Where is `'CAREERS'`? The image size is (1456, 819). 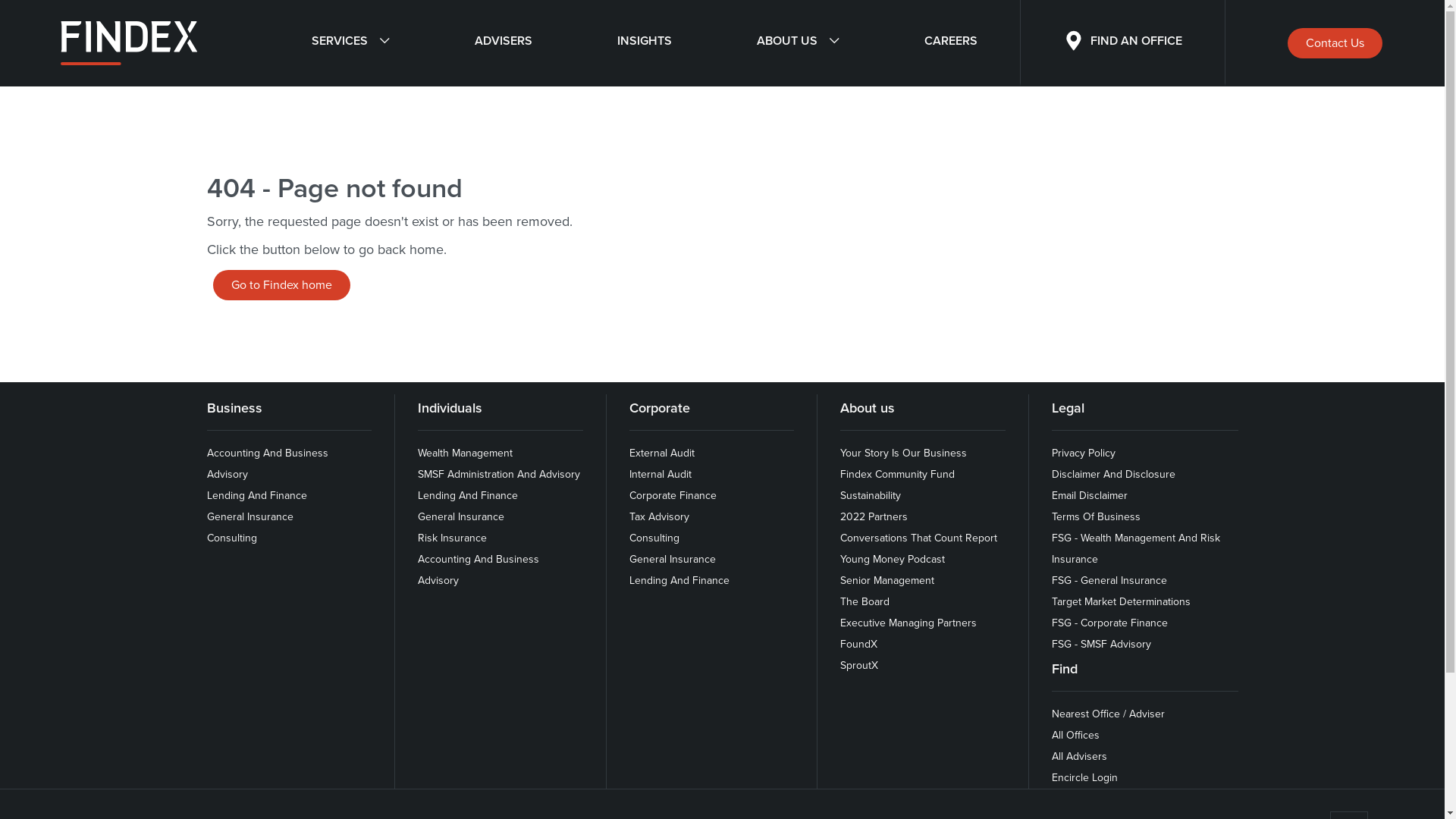 'CAREERS' is located at coordinates (949, 42).